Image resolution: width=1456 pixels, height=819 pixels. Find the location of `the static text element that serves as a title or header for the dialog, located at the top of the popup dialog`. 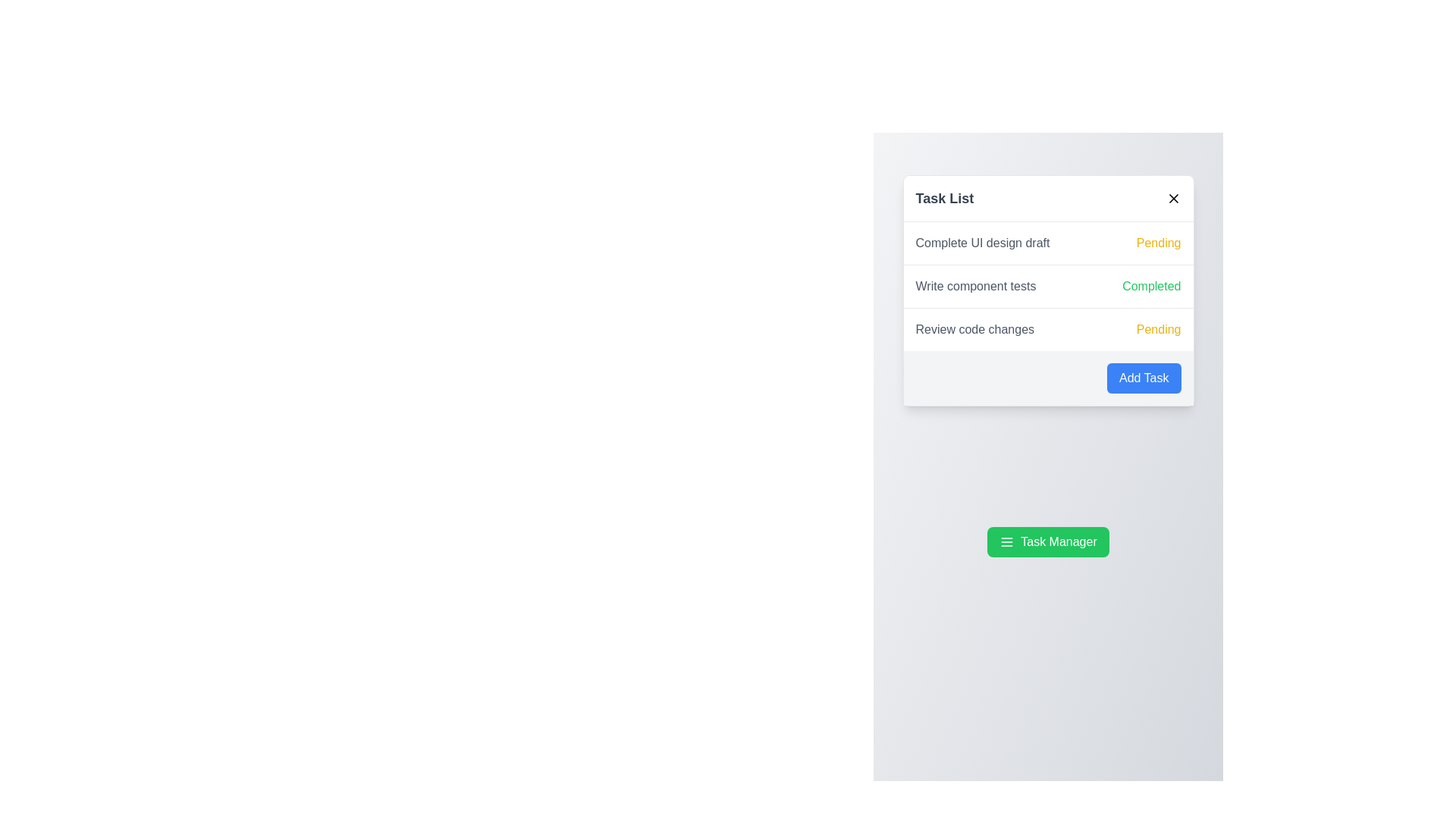

the static text element that serves as a title or header for the dialog, located at the top of the popup dialog is located at coordinates (943, 198).